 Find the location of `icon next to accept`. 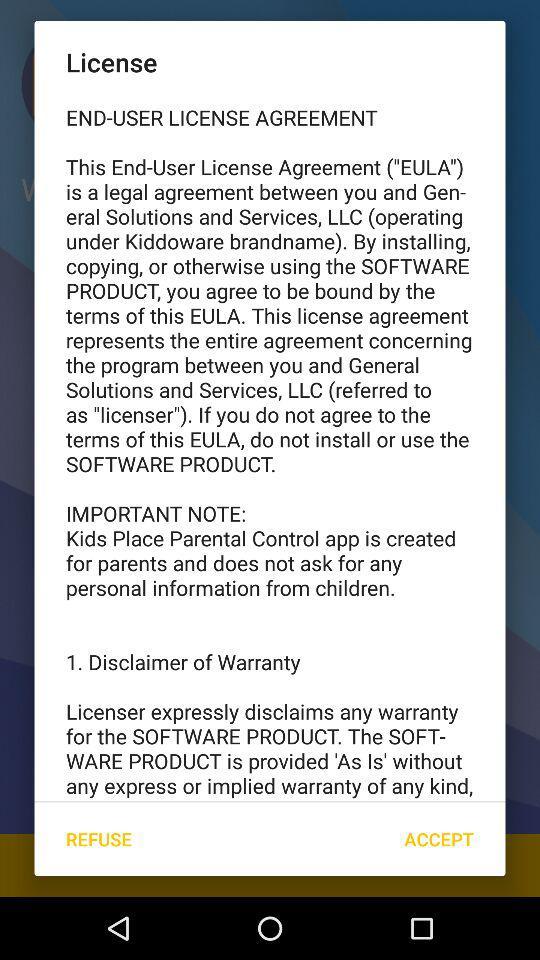

icon next to accept is located at coordinates (97, 839).